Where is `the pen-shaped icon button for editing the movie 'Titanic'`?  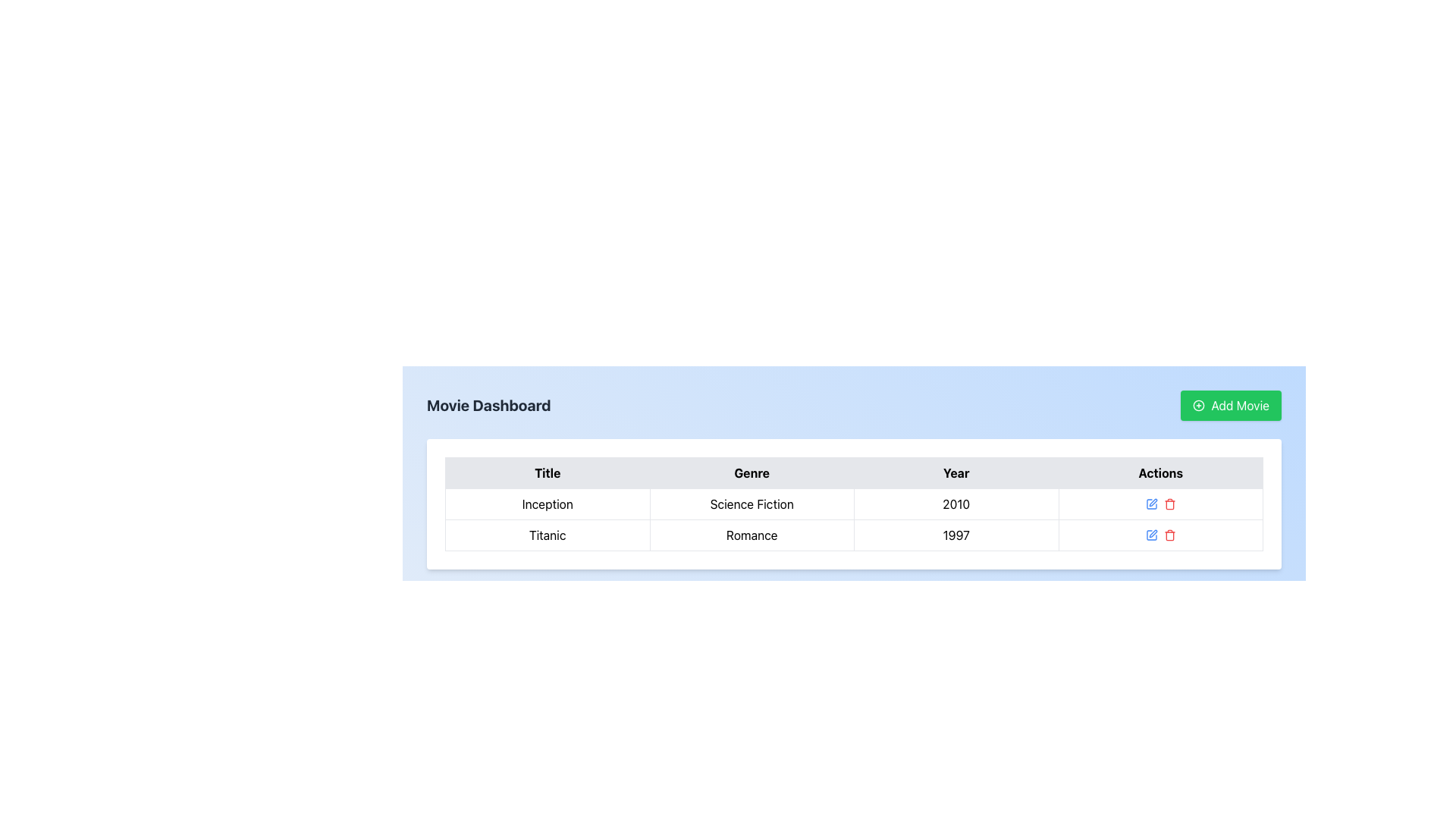
the pen-shaped icon button for editing the movie 'Titanic' is located at coordinates (1153, 533).